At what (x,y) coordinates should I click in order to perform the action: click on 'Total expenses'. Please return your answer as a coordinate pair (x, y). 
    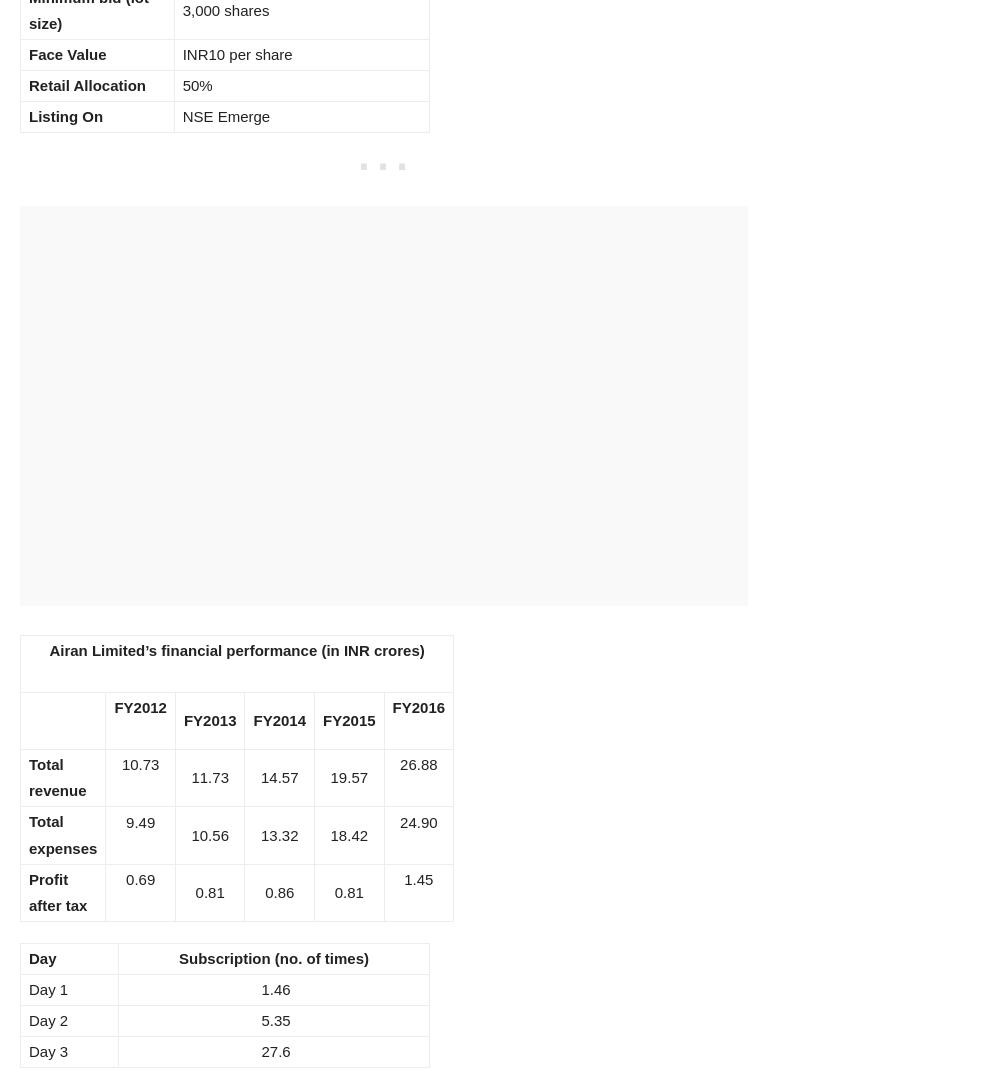
    Looking at the image, I should click on (62, 834).